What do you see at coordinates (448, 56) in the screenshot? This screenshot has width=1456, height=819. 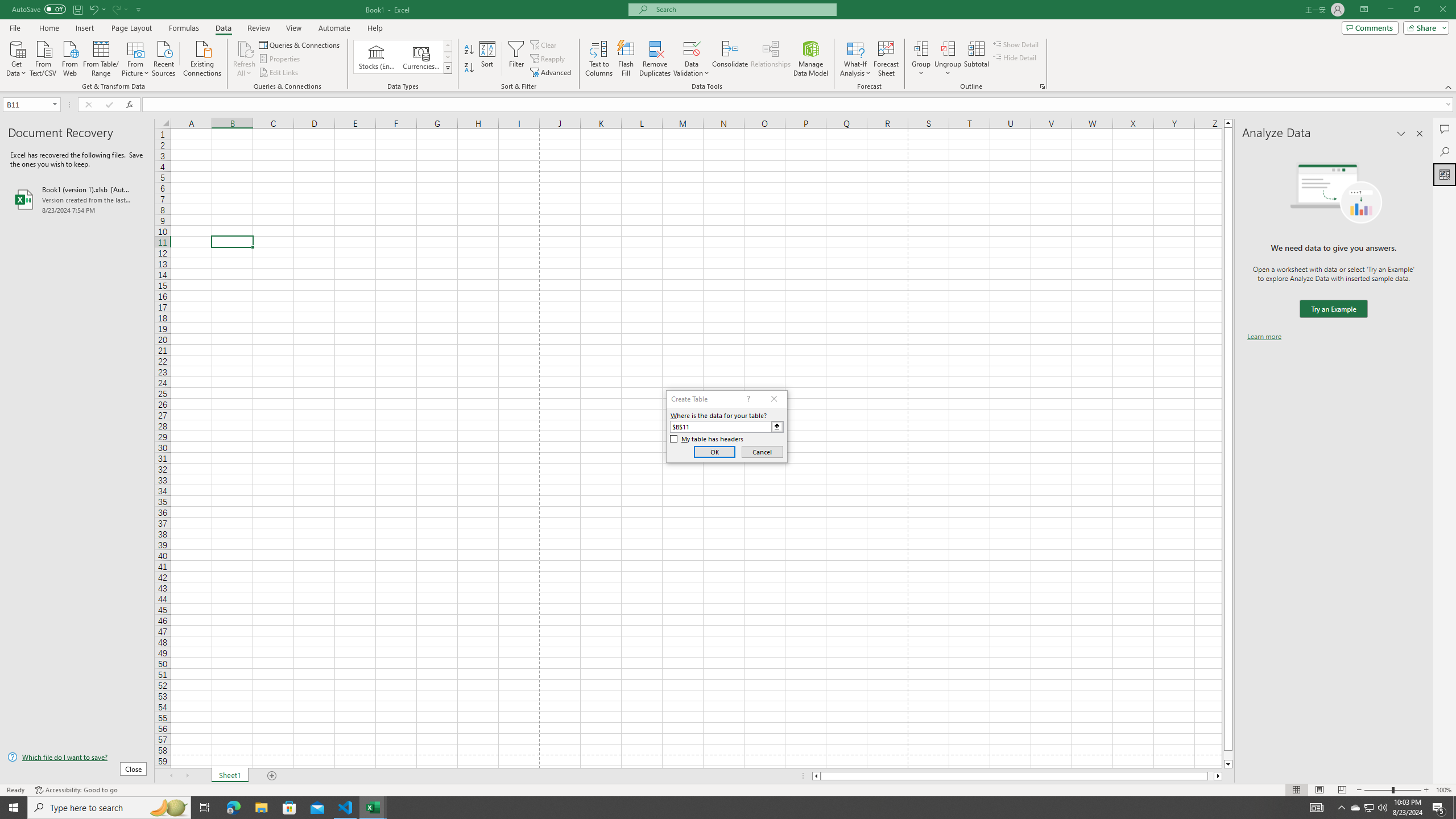 I see `'Row Down'` at bounding box center [448, 56].